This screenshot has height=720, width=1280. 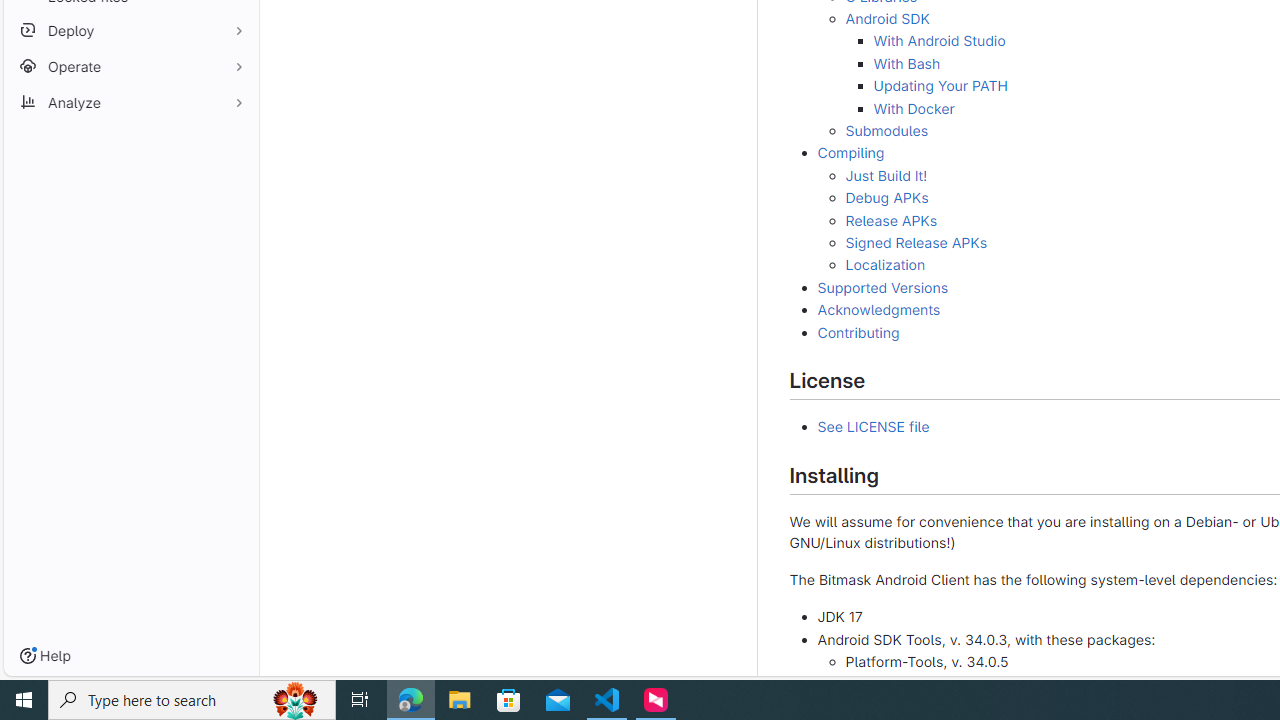 I want to click on 'Signed Release APKs', so click(x=915, y=241).